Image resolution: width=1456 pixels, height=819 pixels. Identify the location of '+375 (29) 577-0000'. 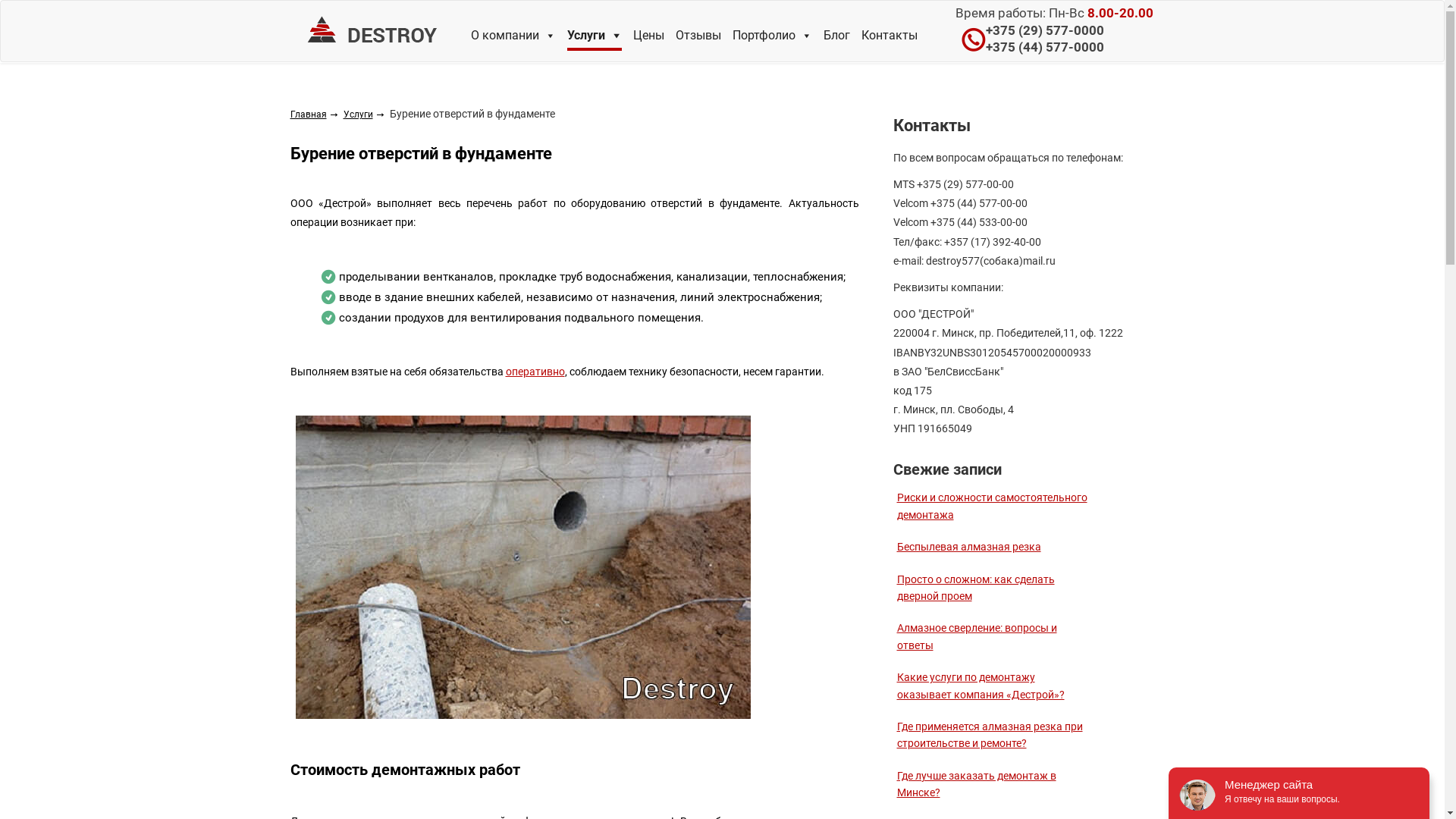
(1043, 30).